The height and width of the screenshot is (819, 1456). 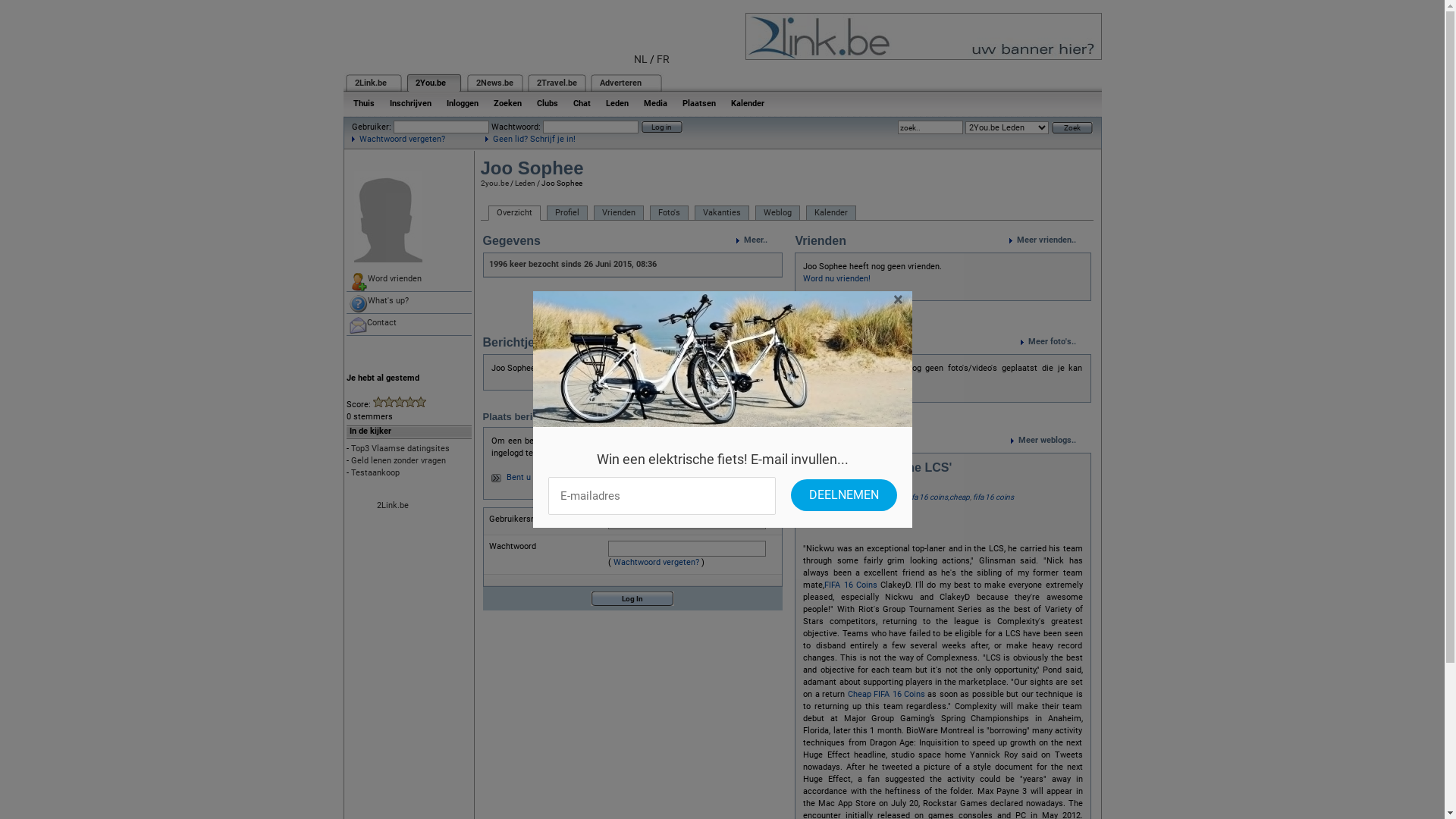 I want to click on 'fifa 16 coins', so click(x=972, y=497).